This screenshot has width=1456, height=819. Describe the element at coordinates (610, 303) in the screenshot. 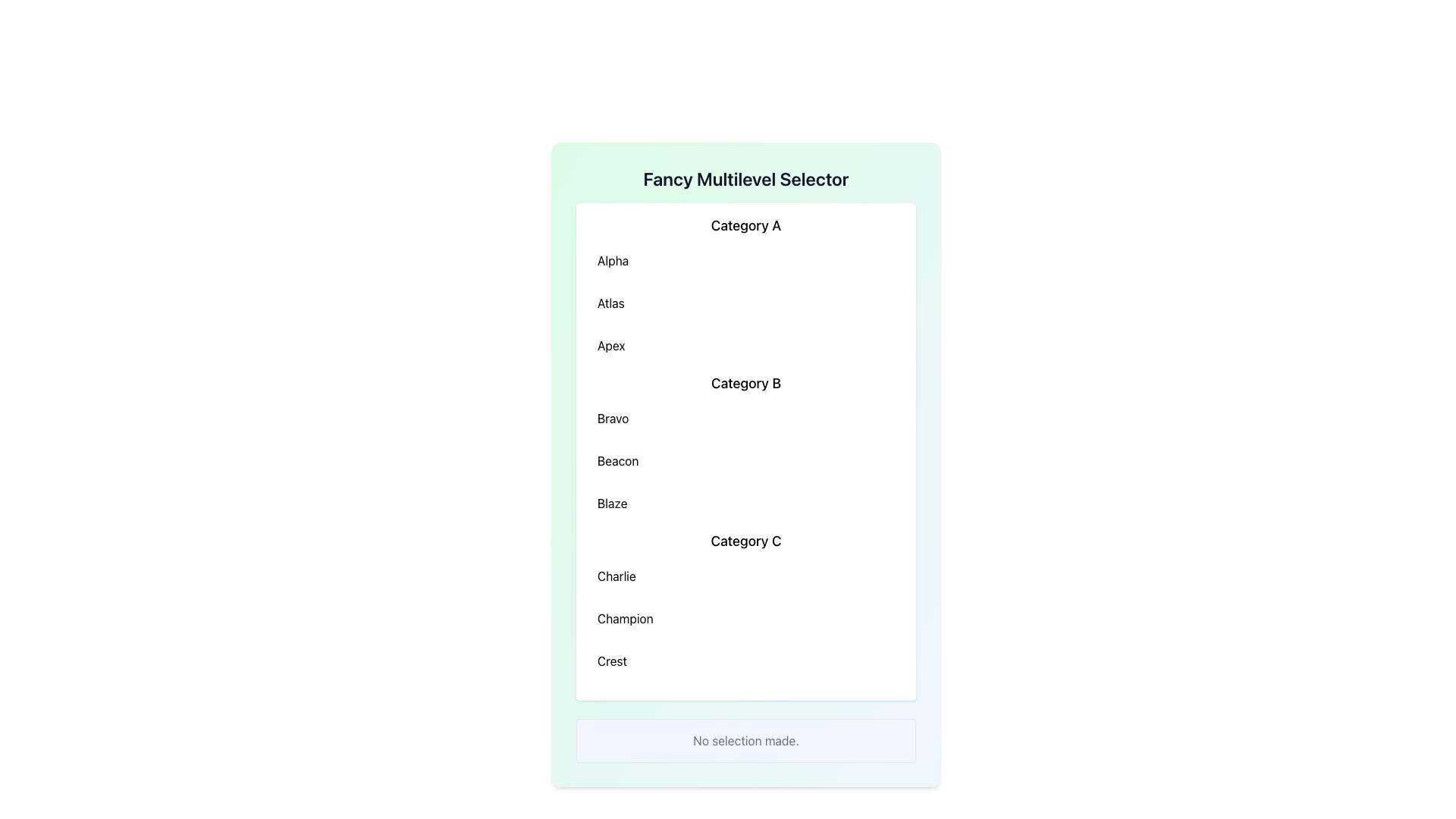

I see `the text label displaying 'Atlas', the second item in the vertical list under 'Category A'` at that location.